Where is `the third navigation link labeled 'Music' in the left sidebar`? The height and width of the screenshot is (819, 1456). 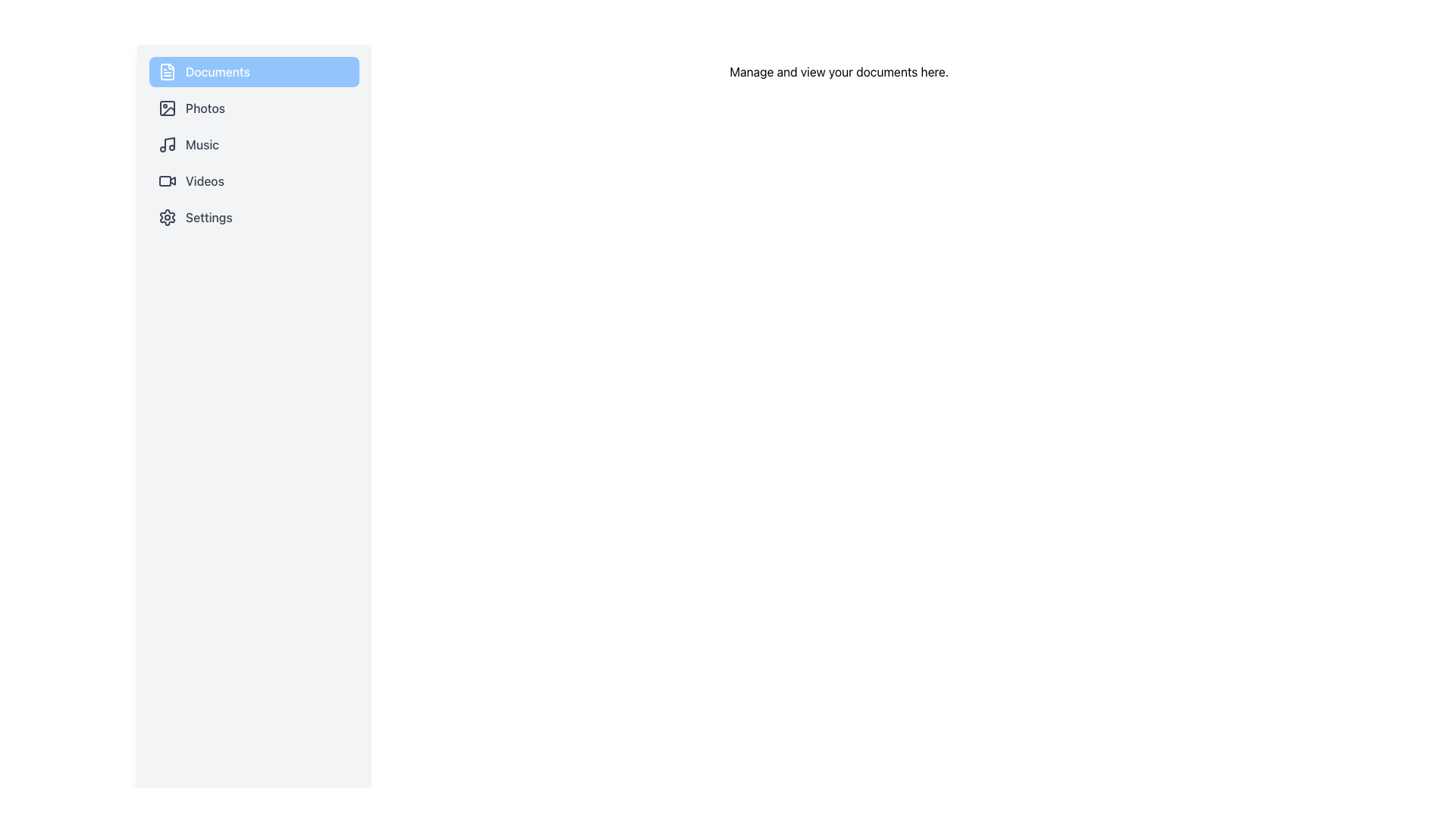
the third navigation link labeled 'Music' in the left sidebar is located at coordinates (254, 145).